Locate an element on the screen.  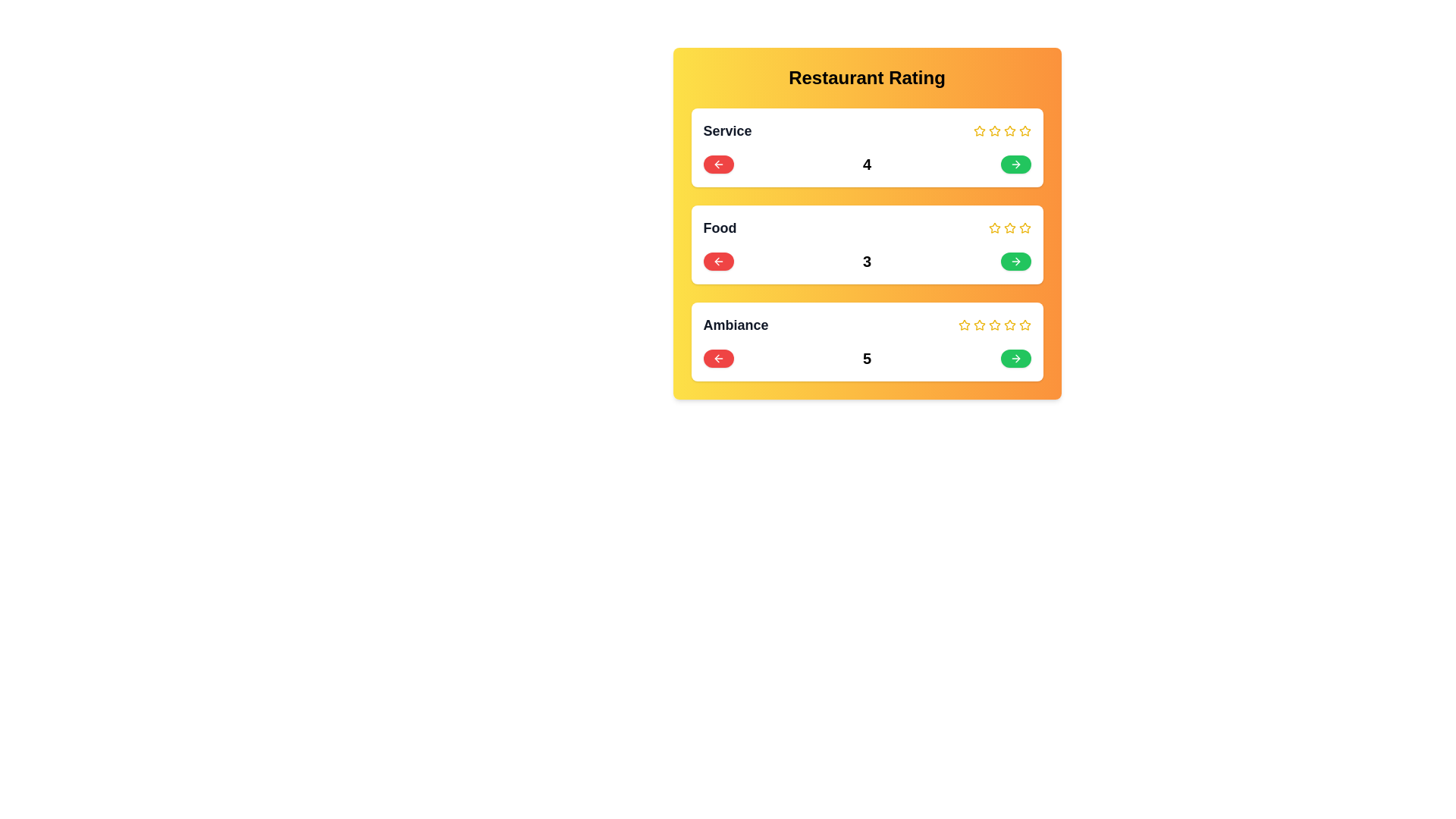
the circular red button with a white left arrow icon located at the leftmost side of the row under the 'Service' label in the 'Restaurant Rating' section is located at coordinates (717, 164).